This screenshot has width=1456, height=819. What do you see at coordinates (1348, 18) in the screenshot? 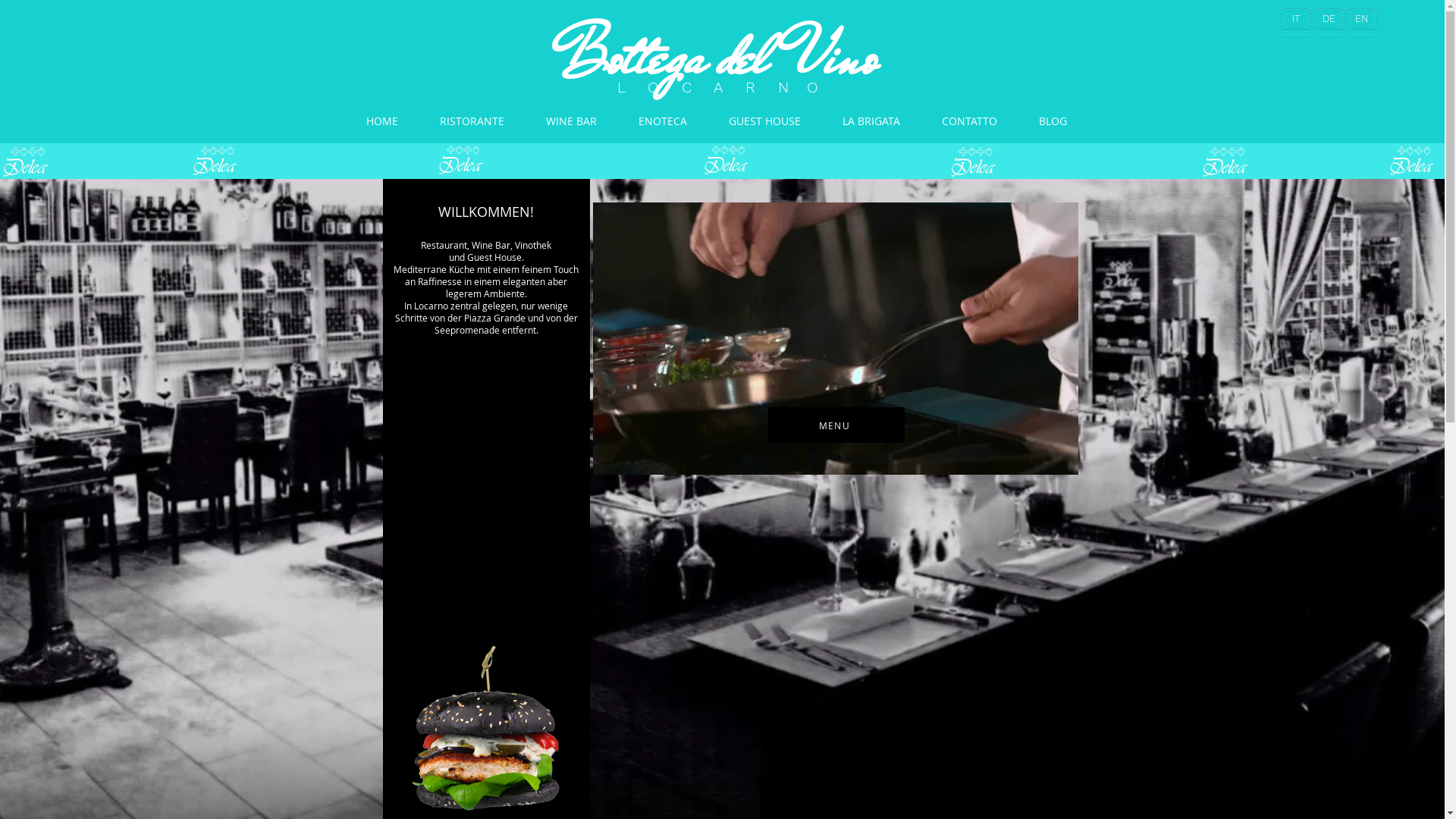
I see `'EN'` at bounding box center [1348, 18].